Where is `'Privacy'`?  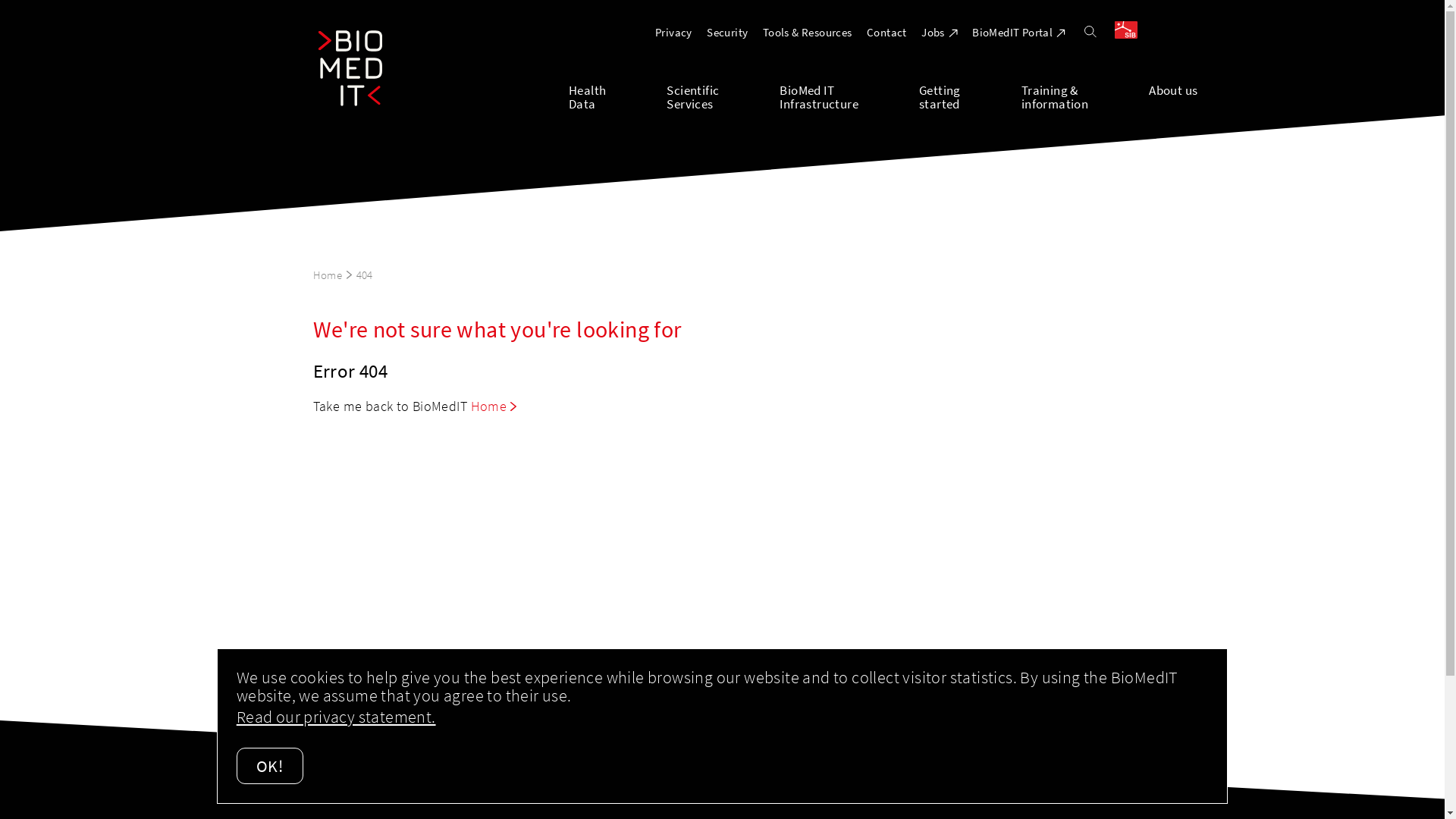 'Privacy' is located at coordinates (673, 32).